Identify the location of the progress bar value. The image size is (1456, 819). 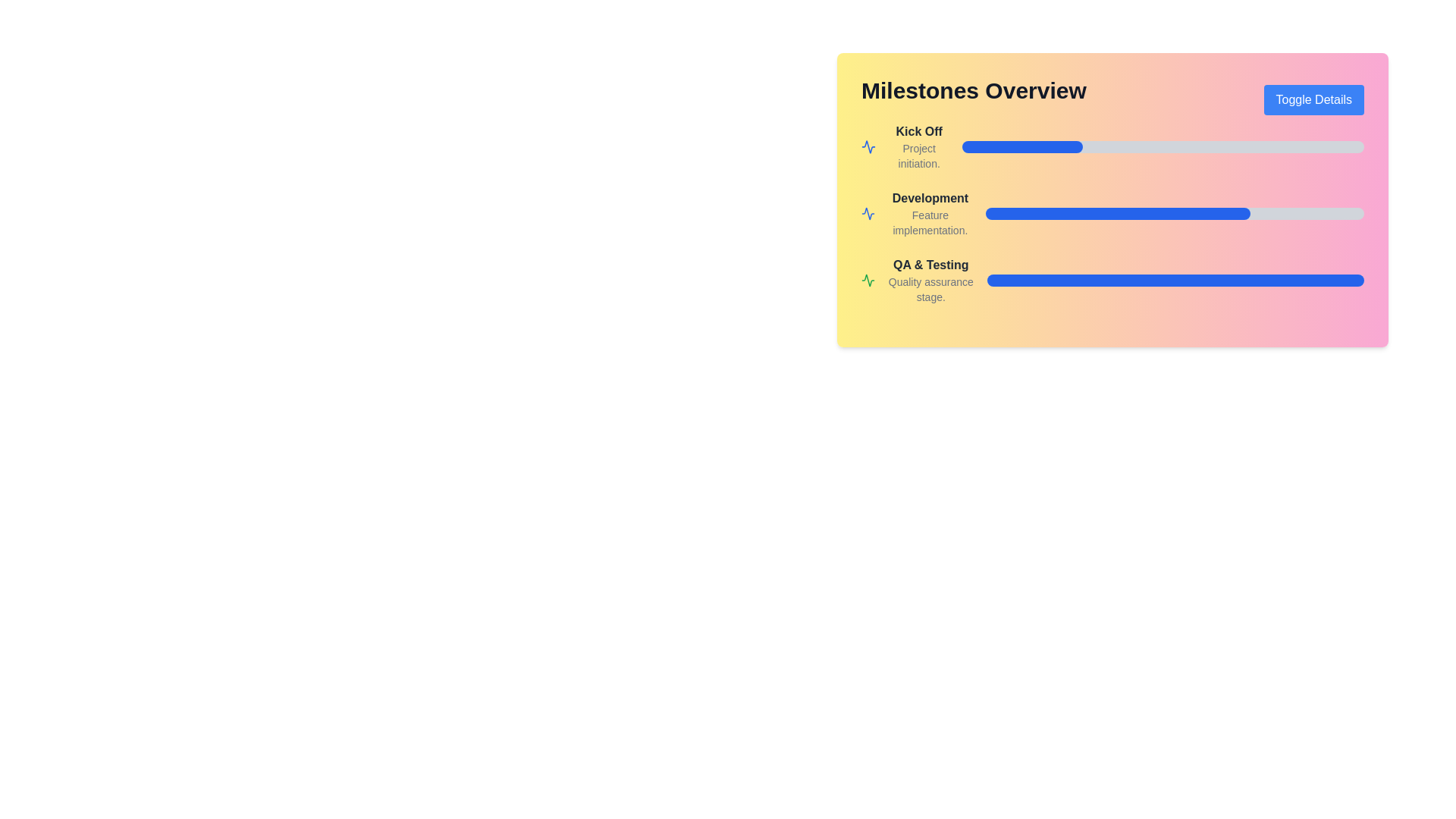
(1025, 281).